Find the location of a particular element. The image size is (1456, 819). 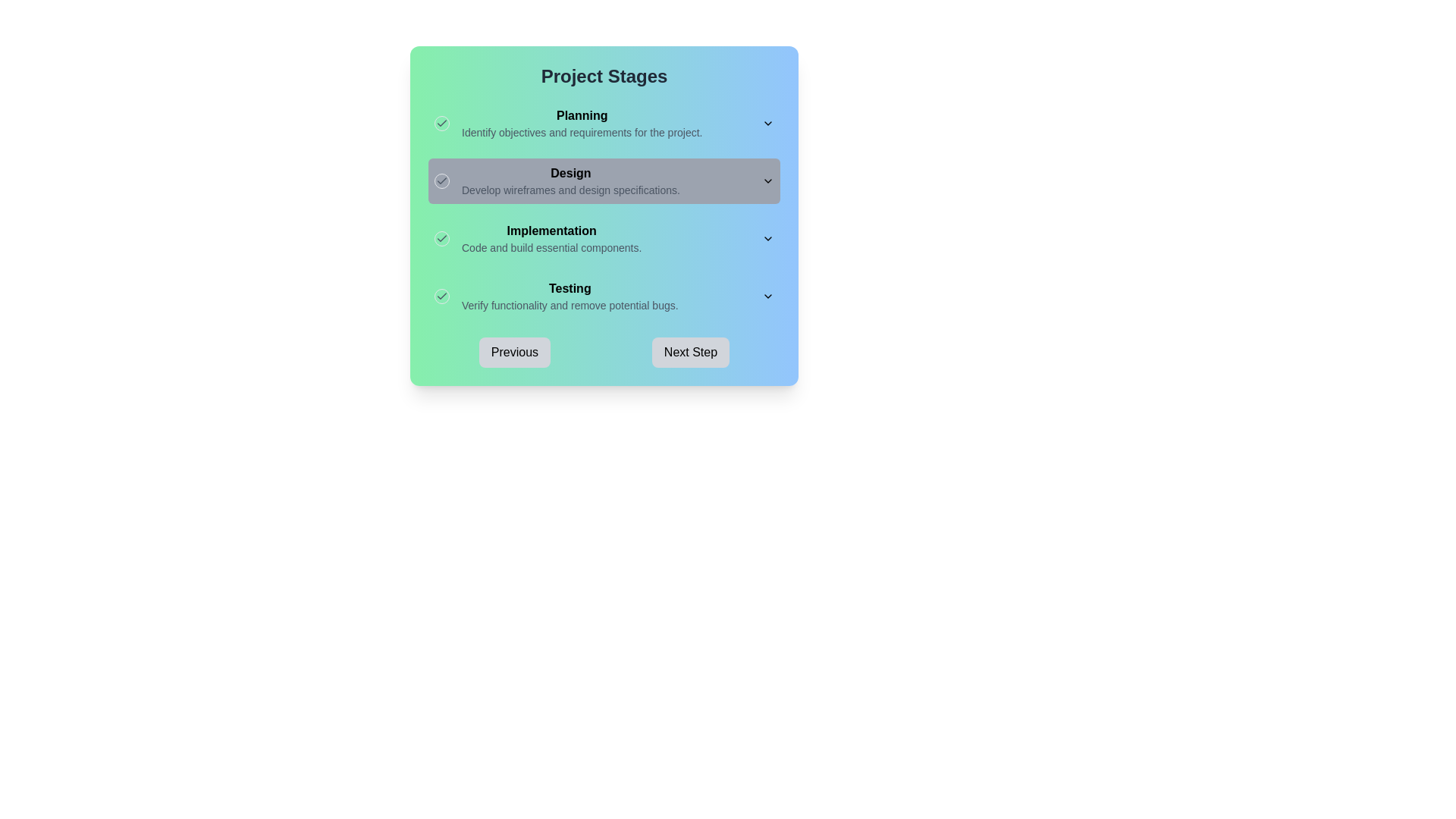

descriptive label for the 'Testing' phase, which includes the title 'Testing' and the description 'Verify functionality and remove potential bugs.' is located at coordinates (569, 296).